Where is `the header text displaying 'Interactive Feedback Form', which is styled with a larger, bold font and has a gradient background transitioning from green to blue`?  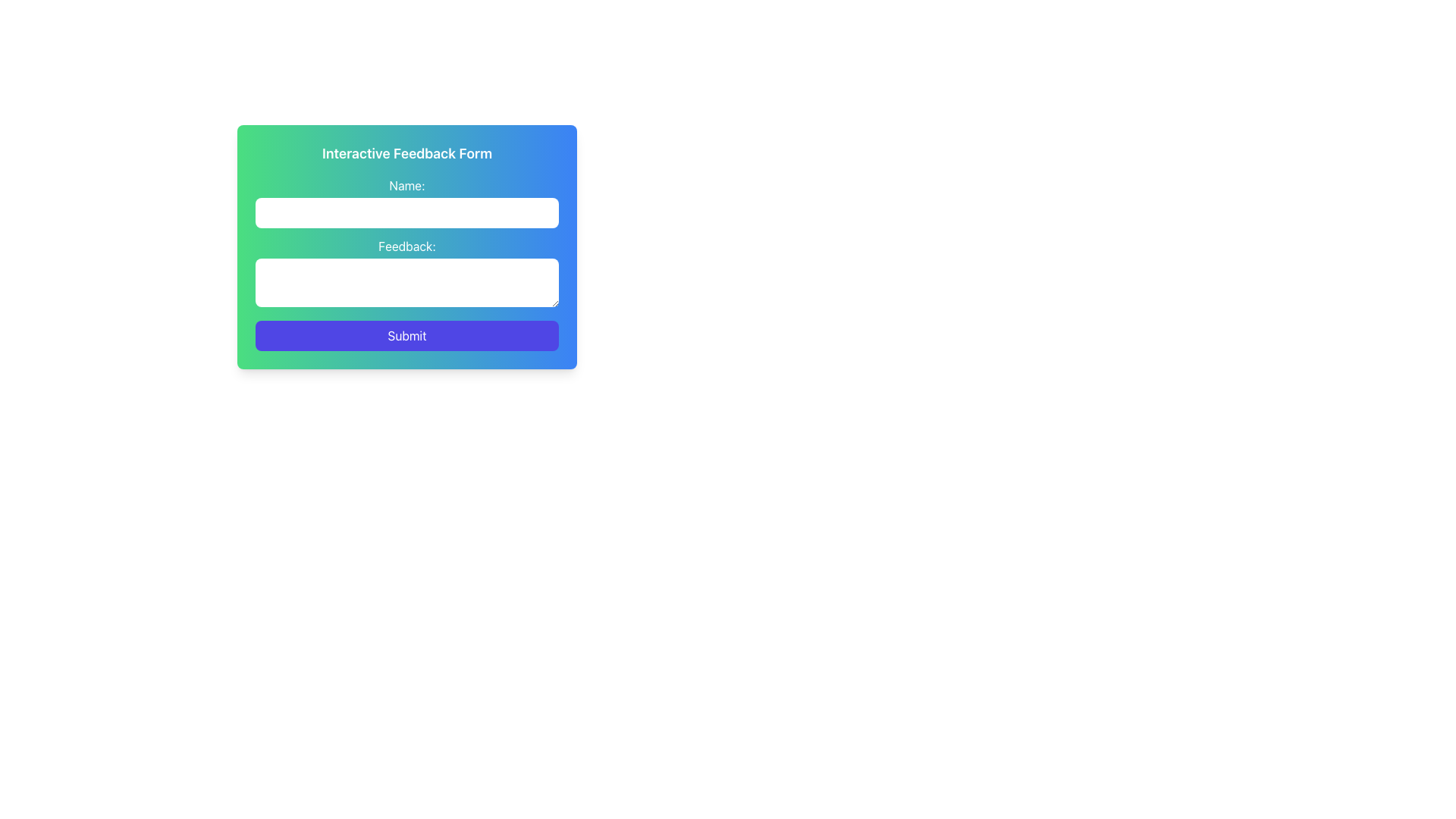 the header text displaying 'Interactive Feedback Form', which is styled with a larger, bold font and has a gradient background transitioning from green to blue is located at coordinates (407, 154).